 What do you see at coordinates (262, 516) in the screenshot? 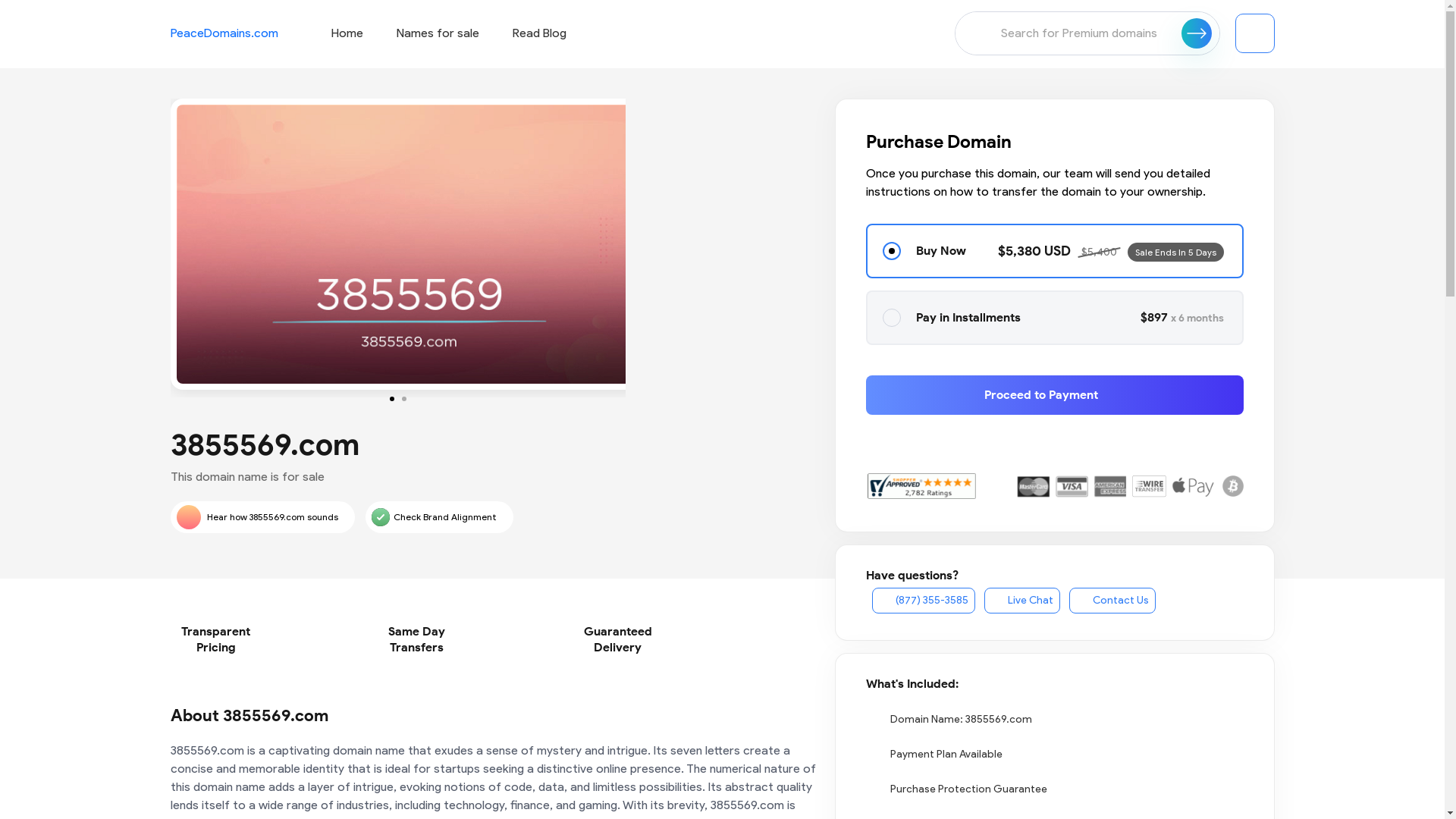
I see `'Hear how 3855569.com sounds'` at bounding box center [262, 516].